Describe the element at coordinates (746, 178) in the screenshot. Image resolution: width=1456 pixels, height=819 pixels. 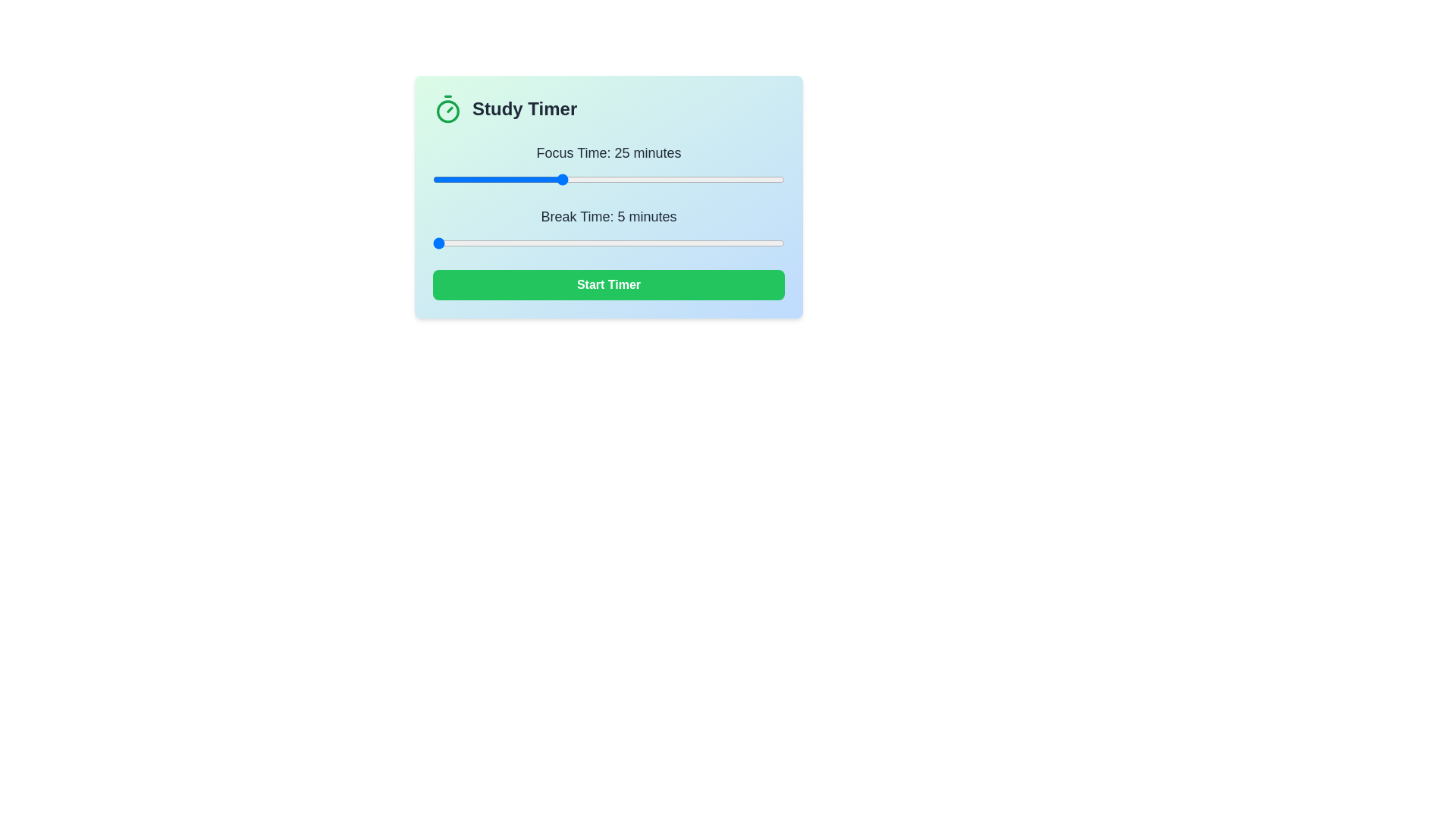
I see `the focus time slider to set the duration to 54 minutes` at that location.